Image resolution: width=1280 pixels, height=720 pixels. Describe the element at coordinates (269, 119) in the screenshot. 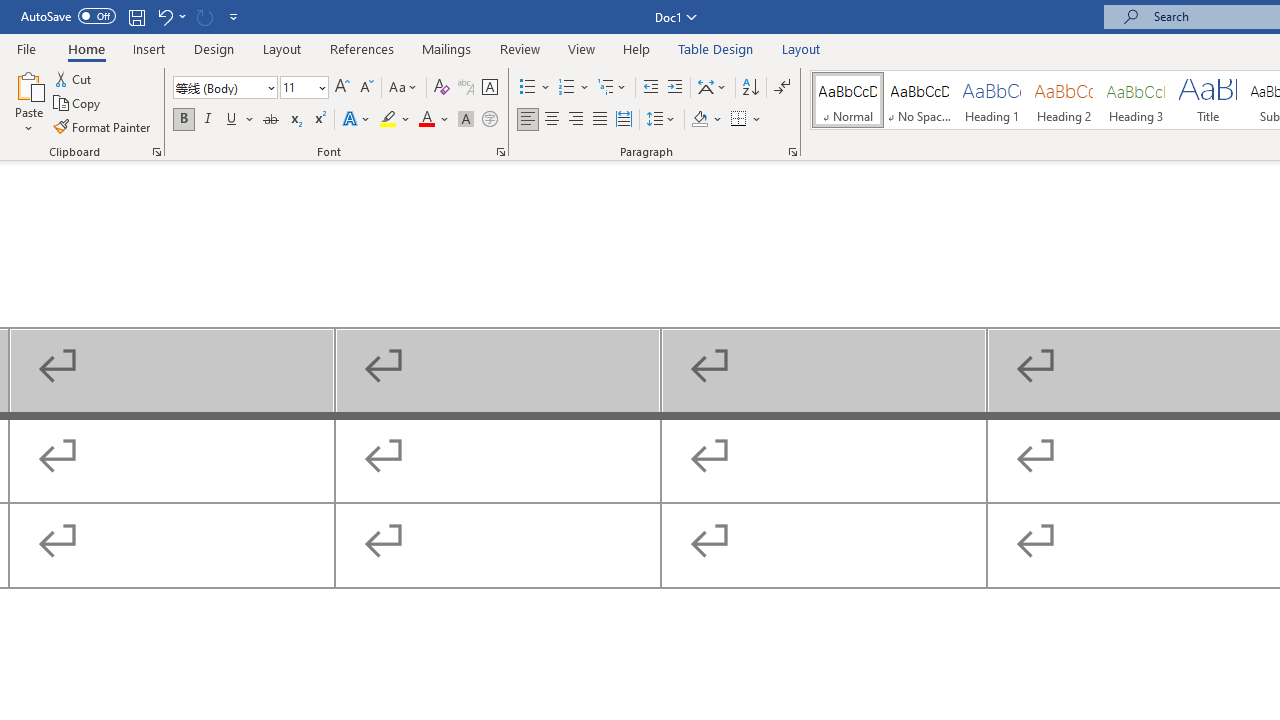

I see `'Strikethrough'` at that location.